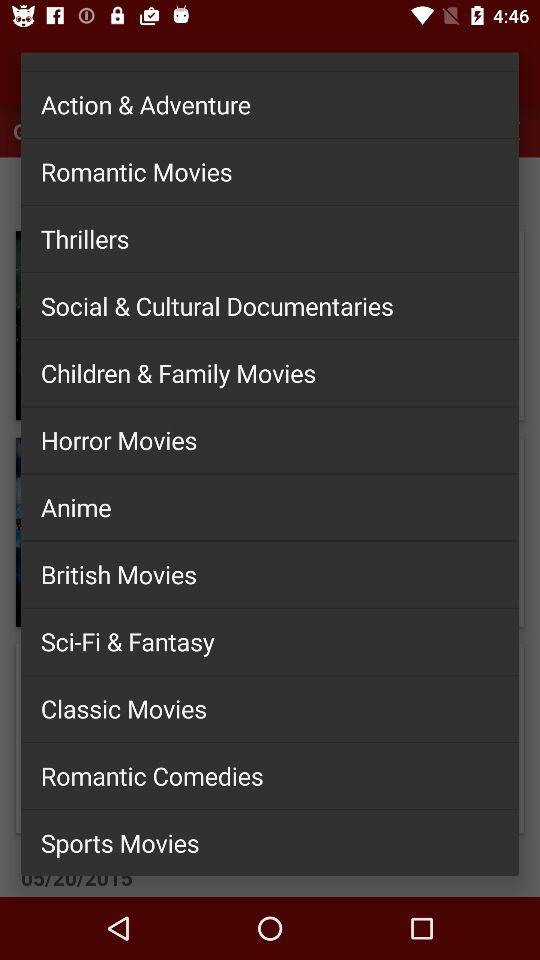 The image size is (540, 960). Describe the element at coordinates (270, 708) in the screenshot. I see `classic movies` at that location.